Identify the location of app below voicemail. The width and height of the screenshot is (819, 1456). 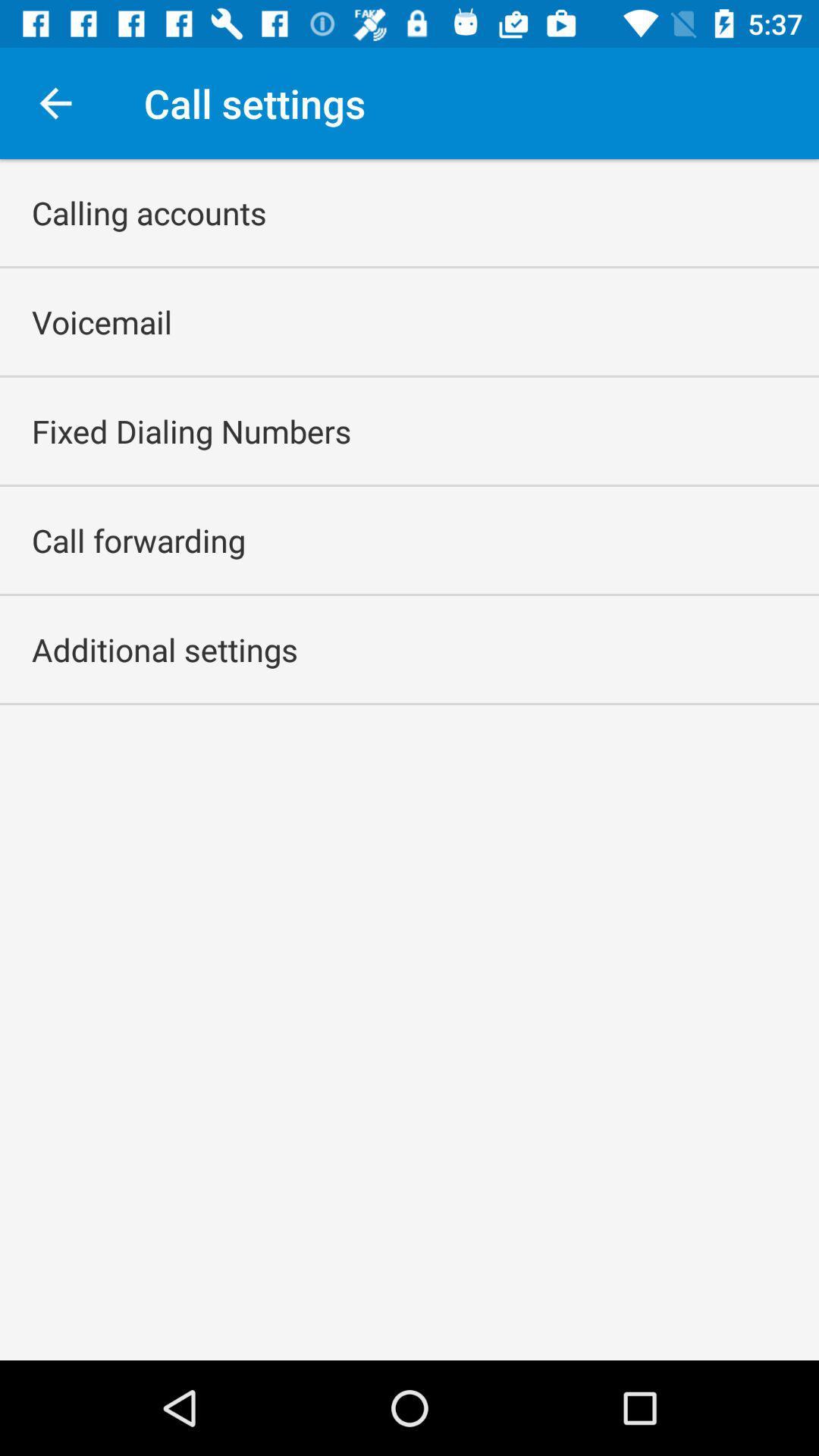
(190, 430).